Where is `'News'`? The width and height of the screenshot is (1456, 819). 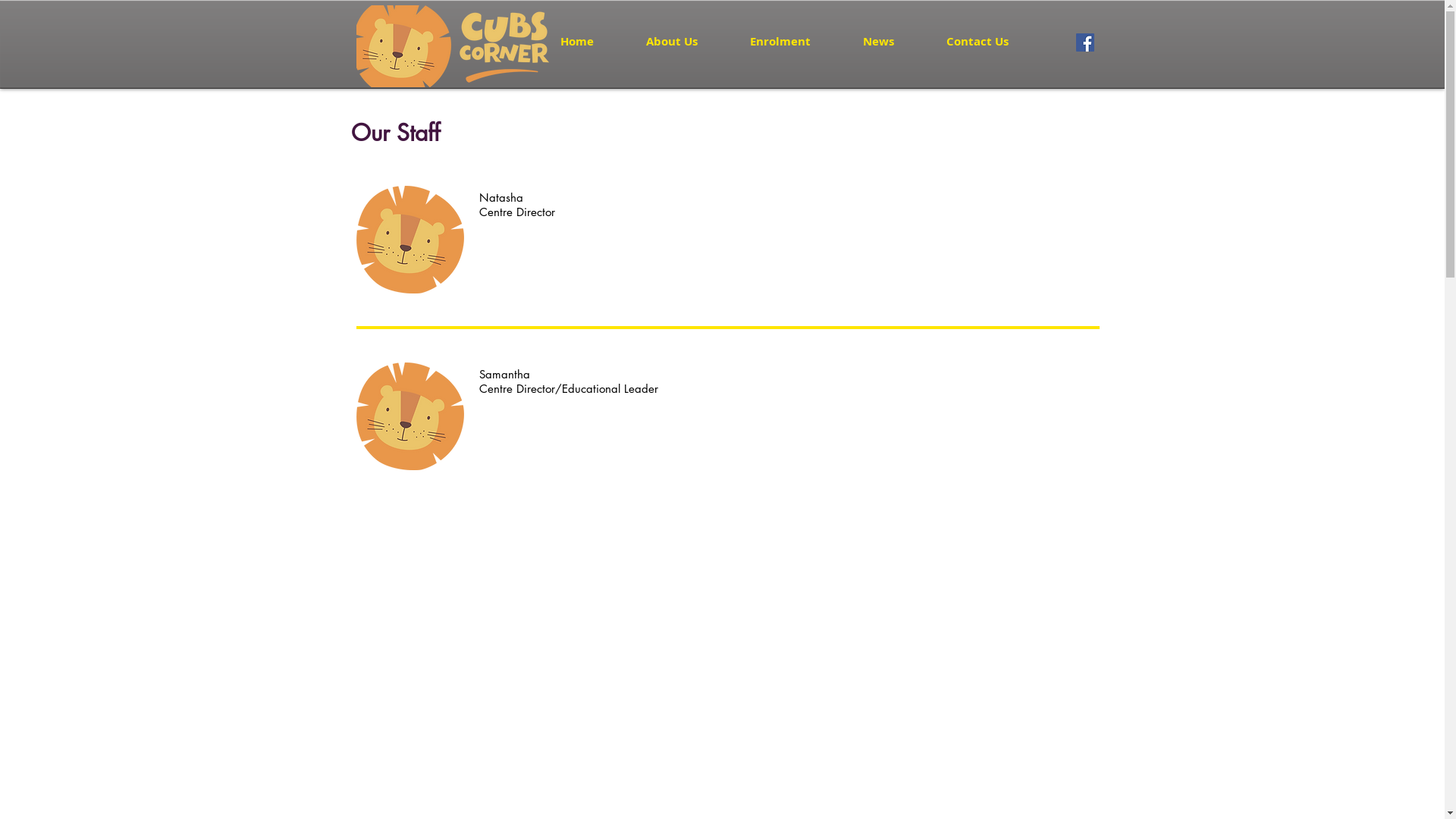 'News' is located at coordinates (892, 40).